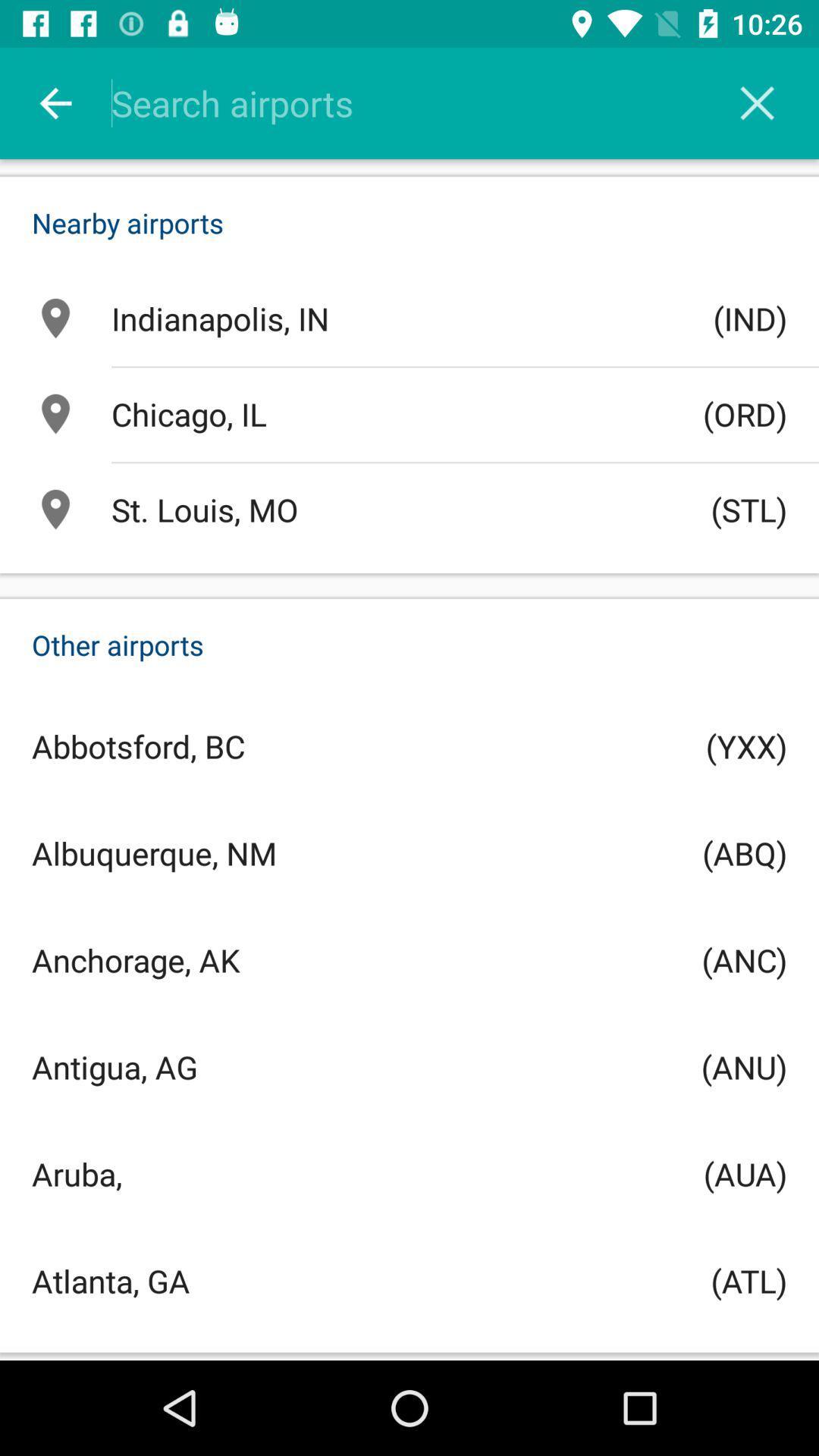 Image resolution: width=819 pixels, height=1456 pixels. What do you see at coordinates (55, 102) in the screenshot?
I see `icon above nearby airports` at bounding box center [55, 102].